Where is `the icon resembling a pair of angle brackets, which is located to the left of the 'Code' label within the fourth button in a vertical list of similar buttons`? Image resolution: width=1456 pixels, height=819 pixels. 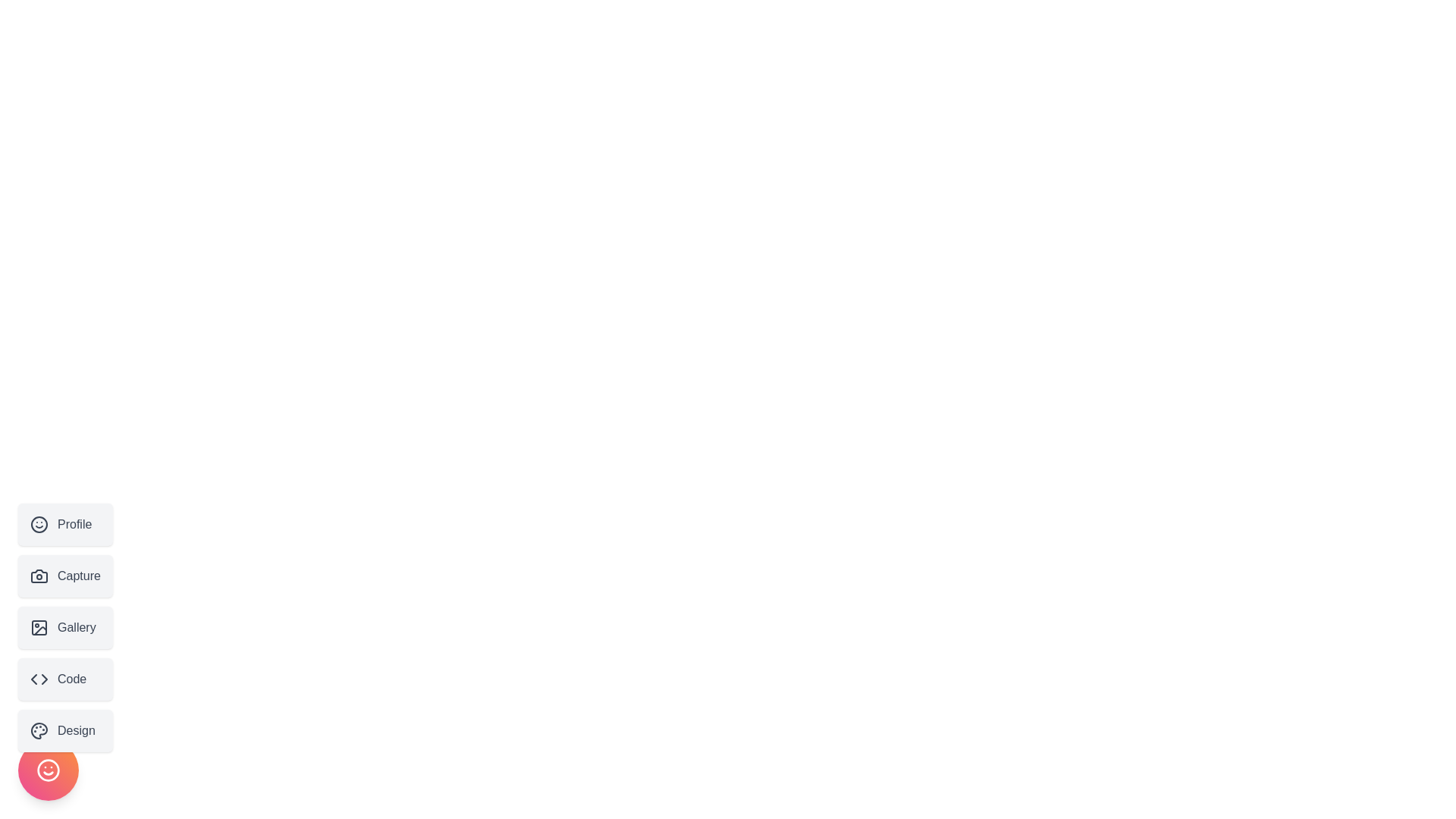
the icon resembling a pair of angle brackets, which is located to the left of the 'Code' label within the fourth button in a vertical list of similar buttons is located at coordinates (39, 678).